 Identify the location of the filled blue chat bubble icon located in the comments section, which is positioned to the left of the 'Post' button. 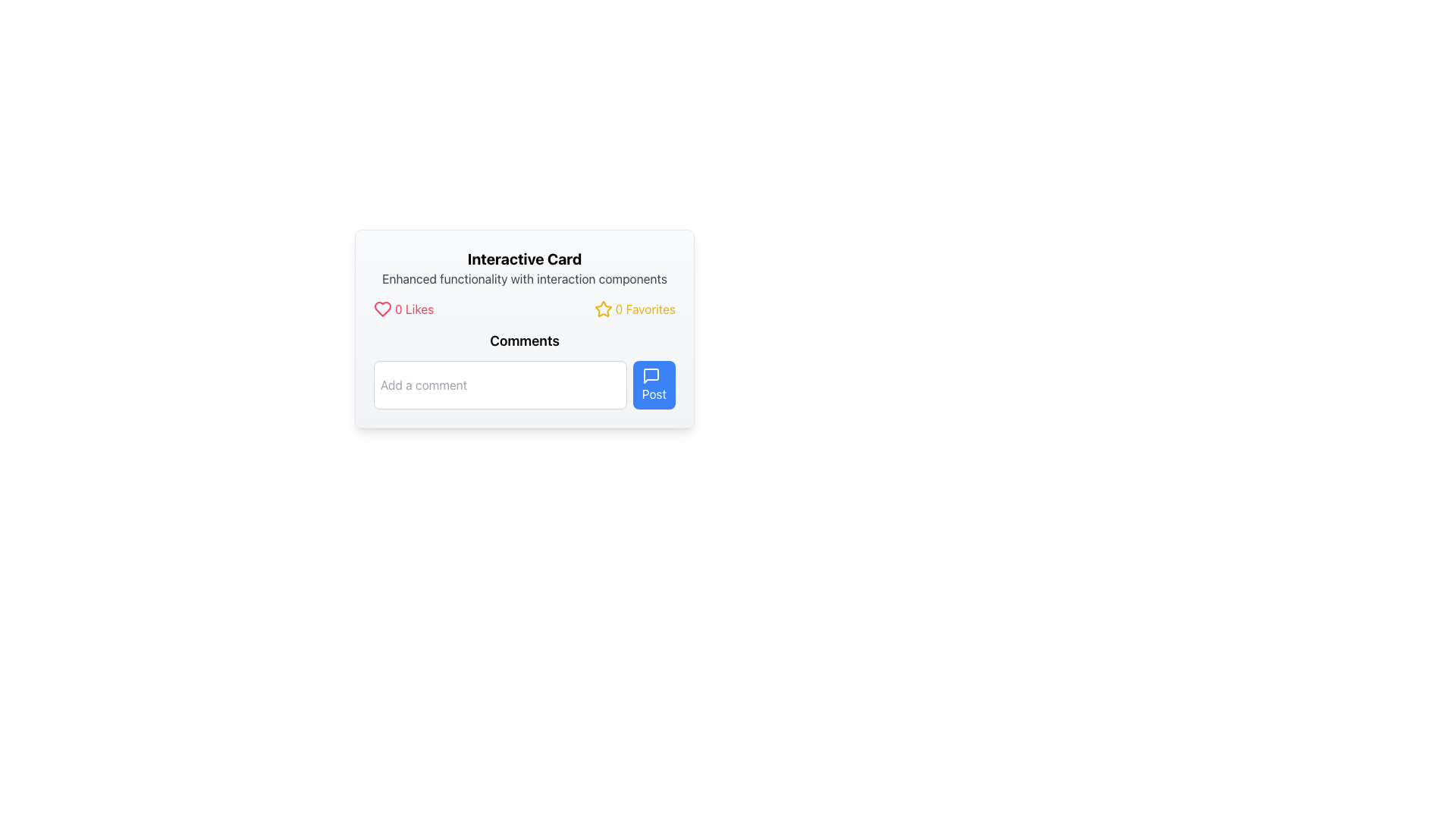
(651, 375).